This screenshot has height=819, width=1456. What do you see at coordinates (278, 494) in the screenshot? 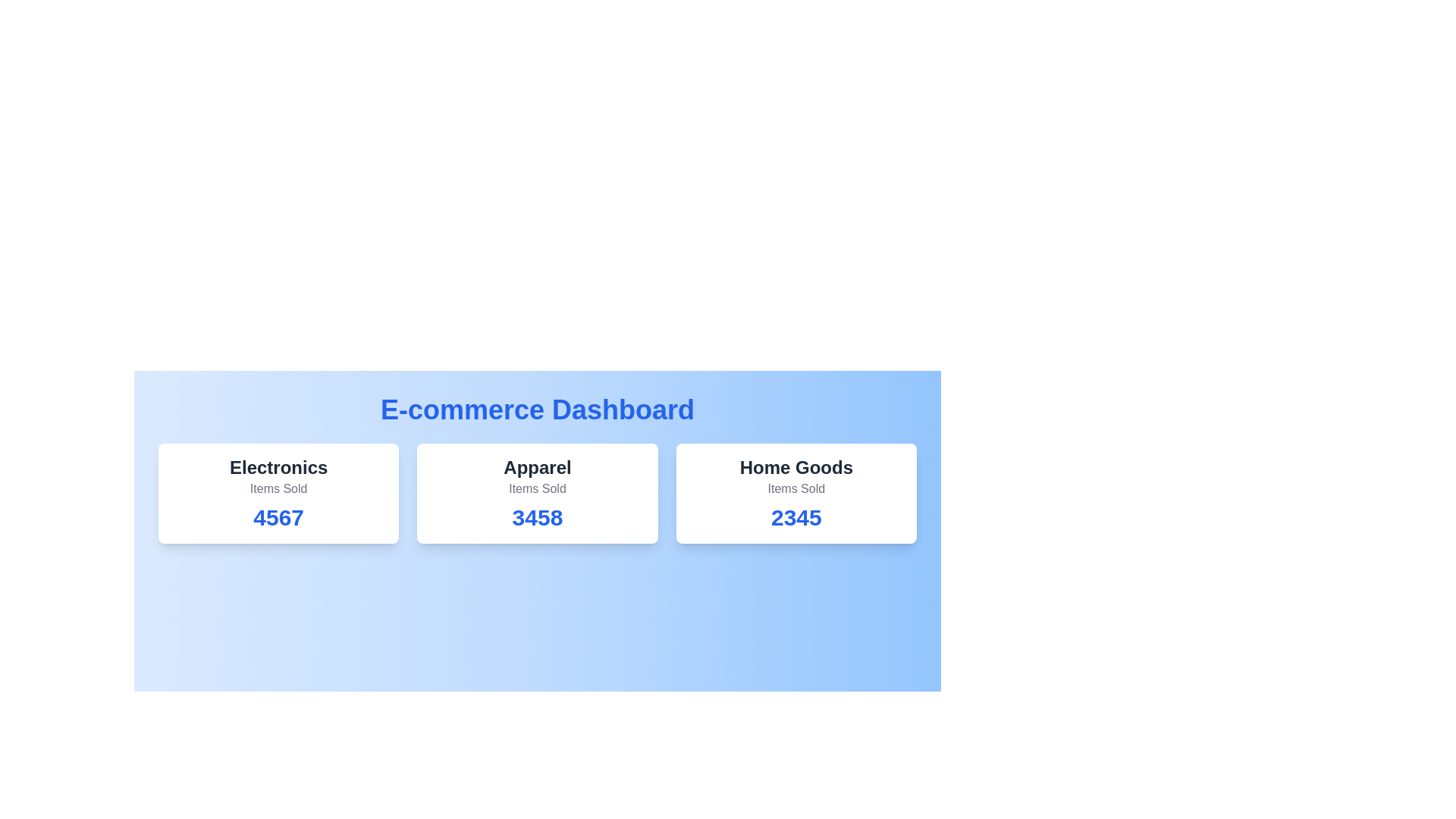
I see `the category card for Electronics` at bounding box center [278, 494].